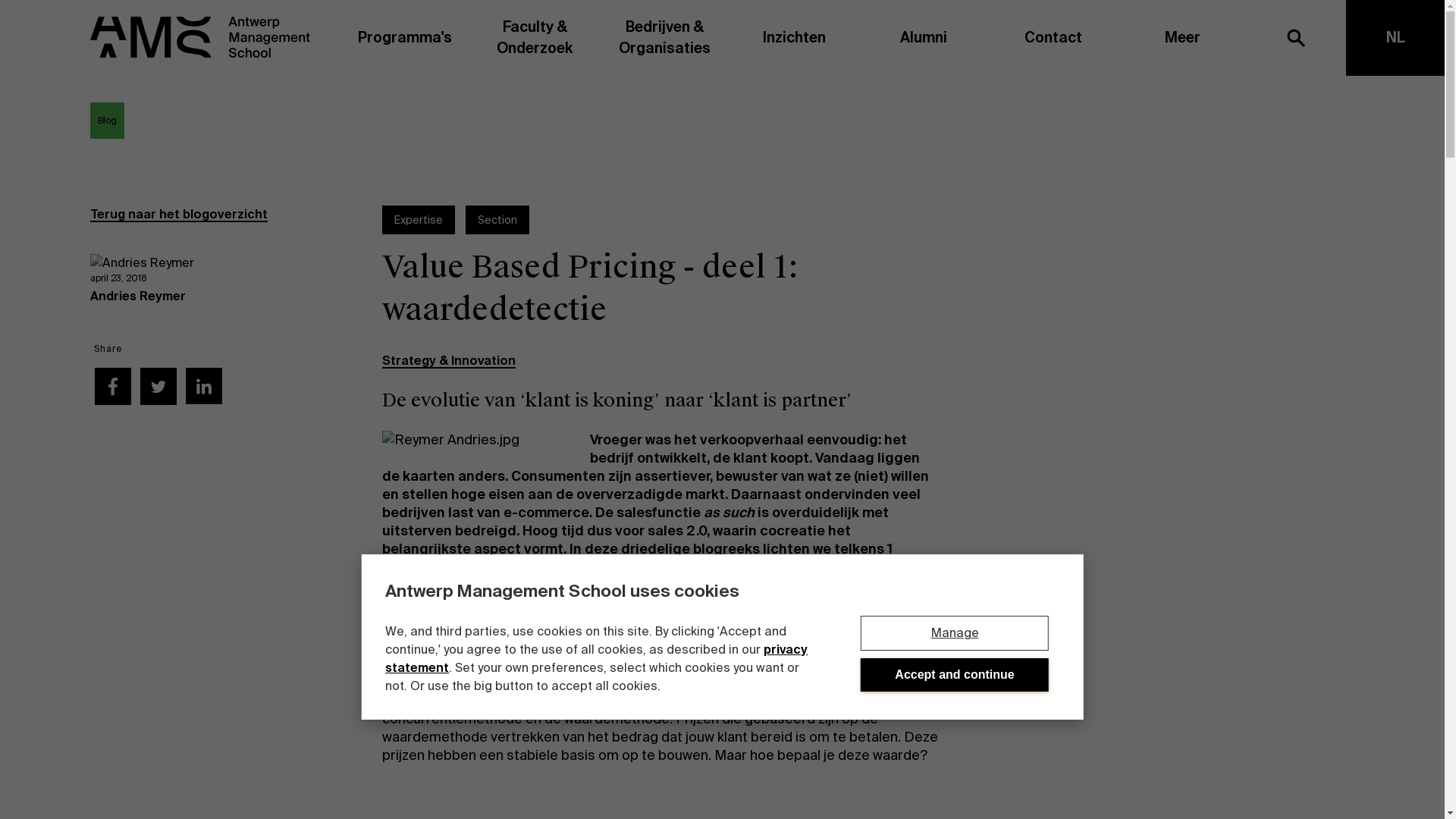  What do you see at coordinates (664, 37) in the screenshot?
I see `'Bedrijven & Organisaties'` at bounding box center [664, 37].